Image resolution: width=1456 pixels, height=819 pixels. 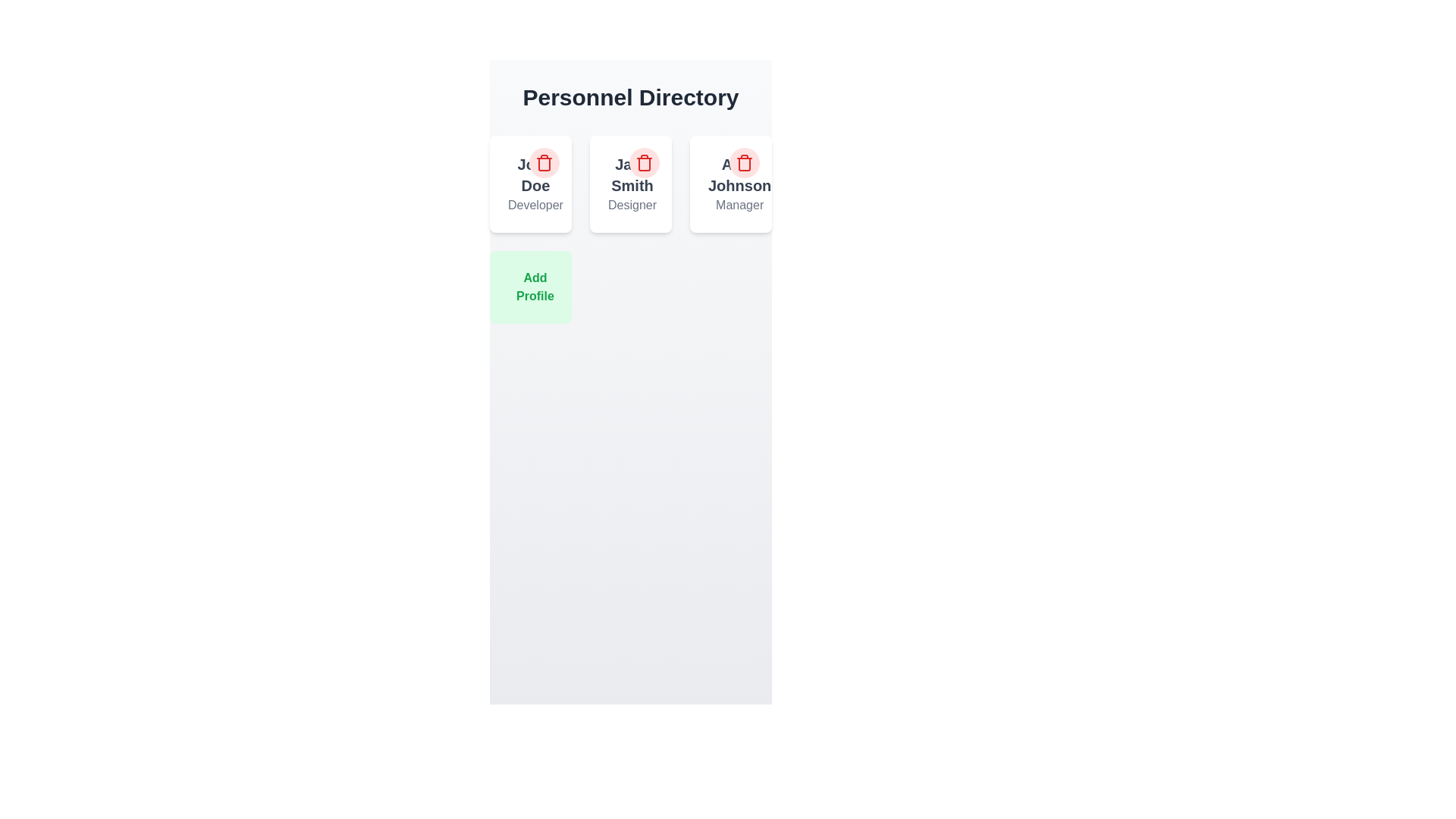 I want to click on the static text label displaying the name of an individual in the personnel directory, located in the second card from the left, below the icon and above the subtitle 'Designer', so click(x=632, y=174).